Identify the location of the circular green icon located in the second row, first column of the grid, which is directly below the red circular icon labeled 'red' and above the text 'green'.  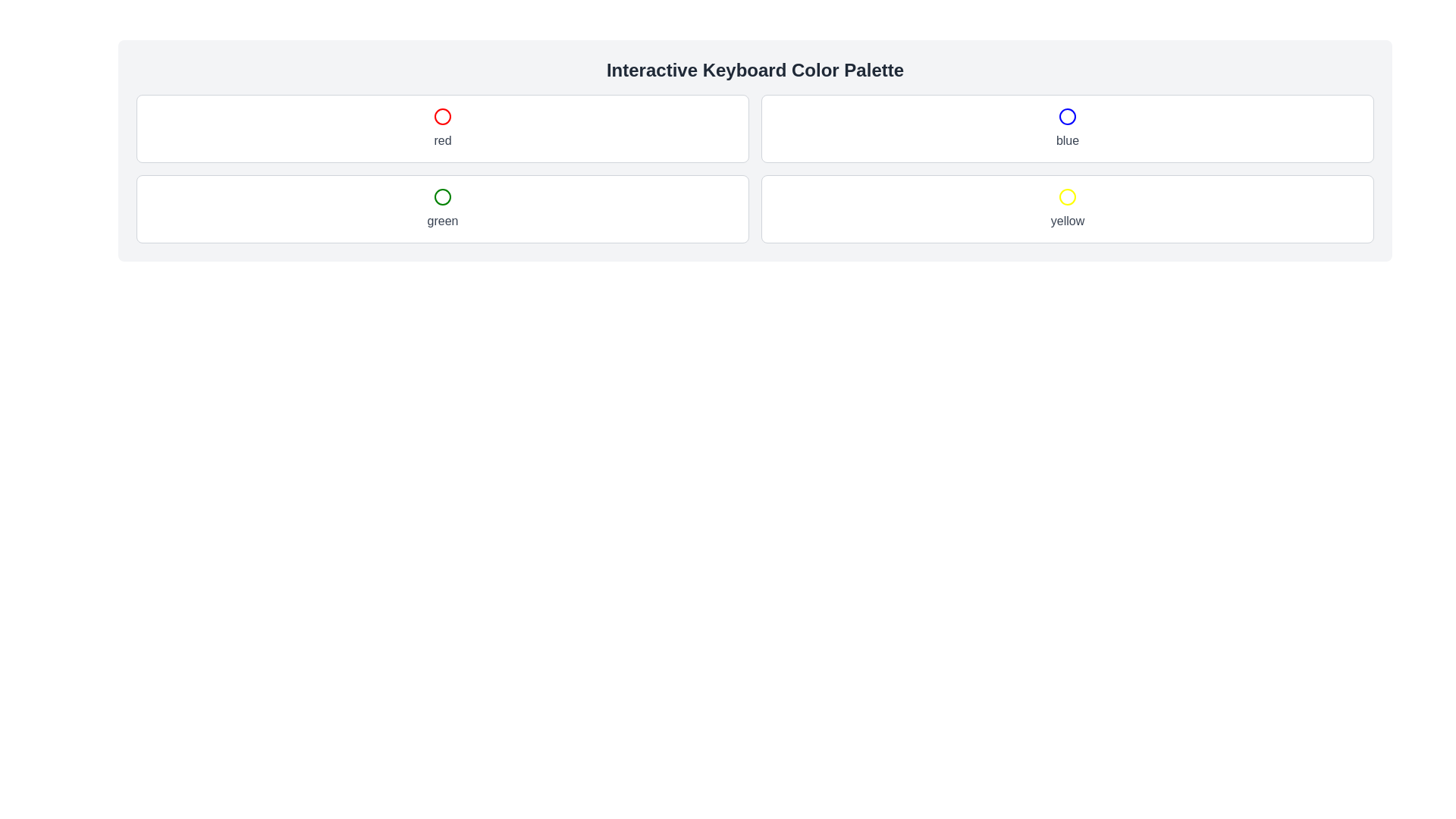
(442, 196).